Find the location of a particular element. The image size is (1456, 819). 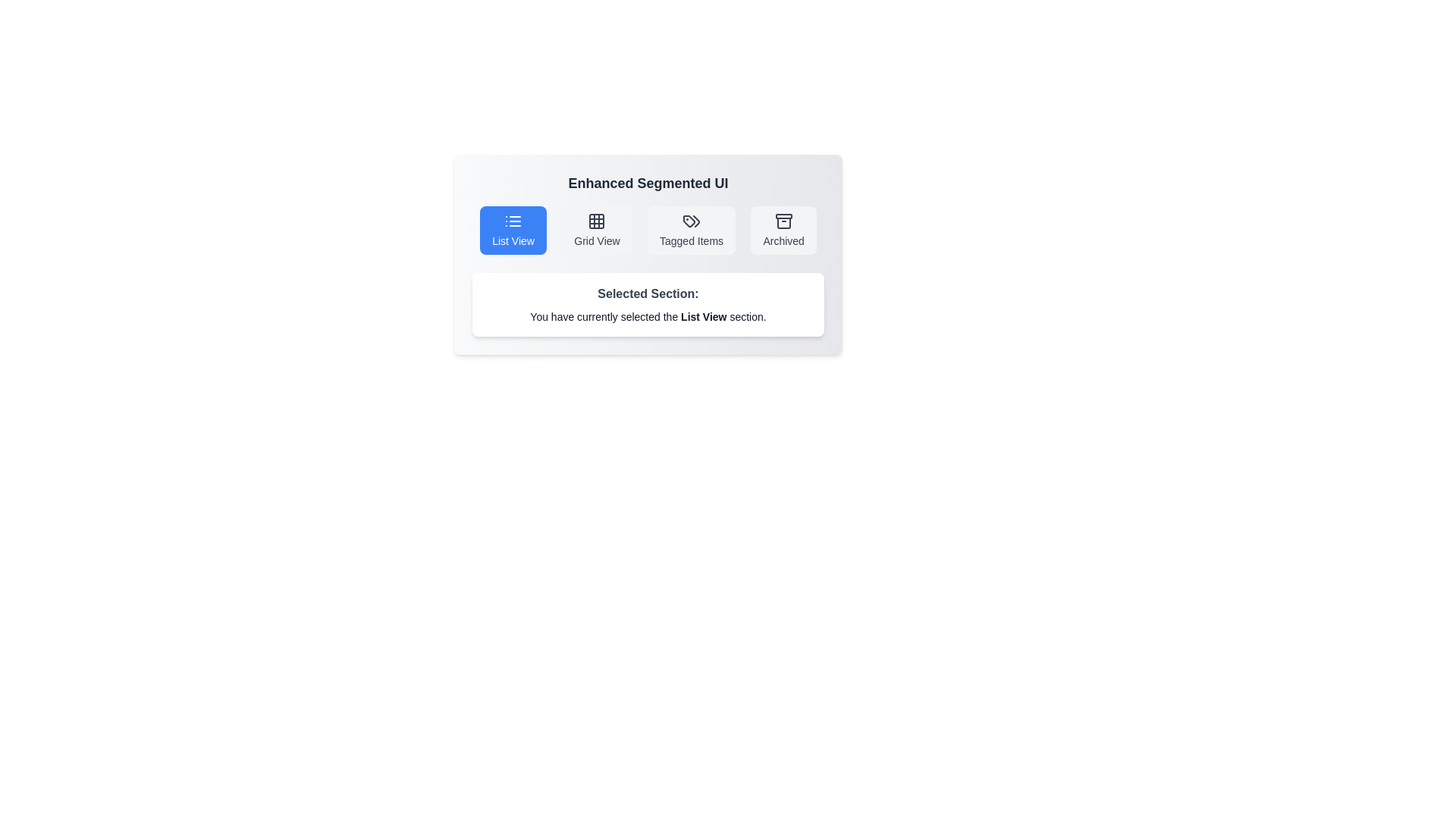

the grid pattern icon located in the 'Grid View' section is located at coordinates (596, 221).